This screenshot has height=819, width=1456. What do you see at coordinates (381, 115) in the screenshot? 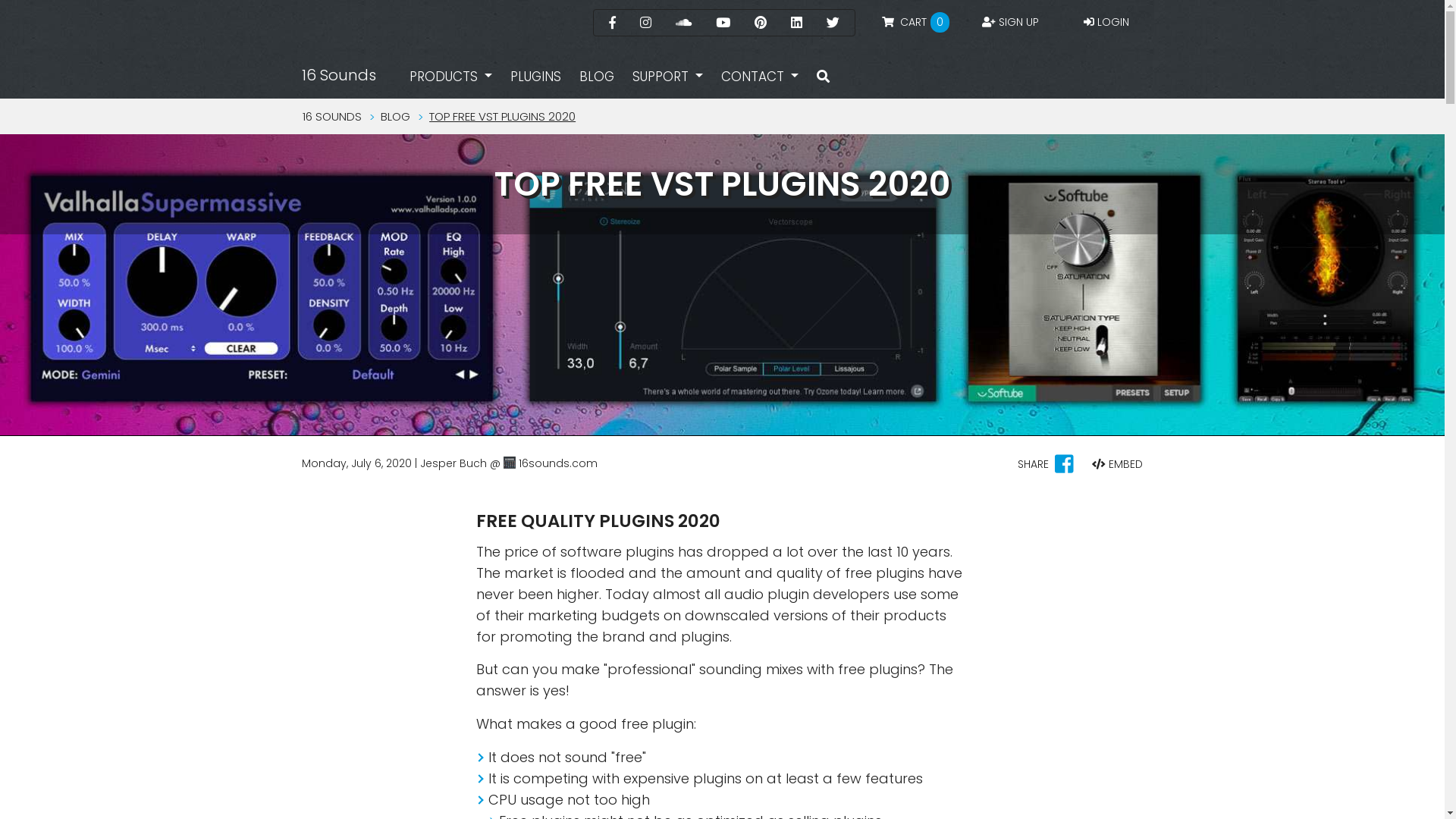
I see `'BLOG'` at bounding box center [381, 115].